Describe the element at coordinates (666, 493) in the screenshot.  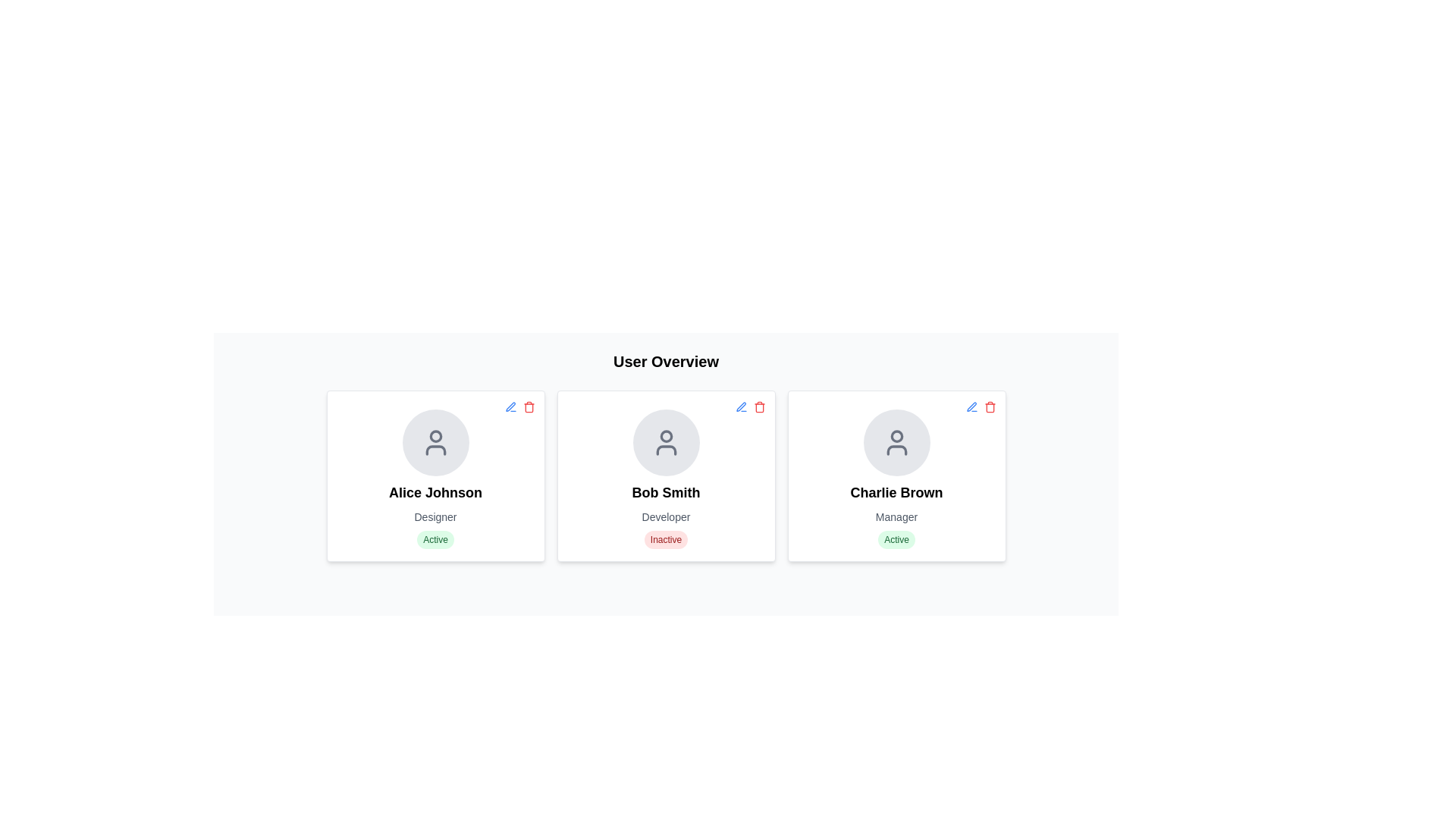
I see `the text label displaying 'Bob Smith', which is prominently styled in bold and larger font, located in the middle card of a three-card layout` at that location.